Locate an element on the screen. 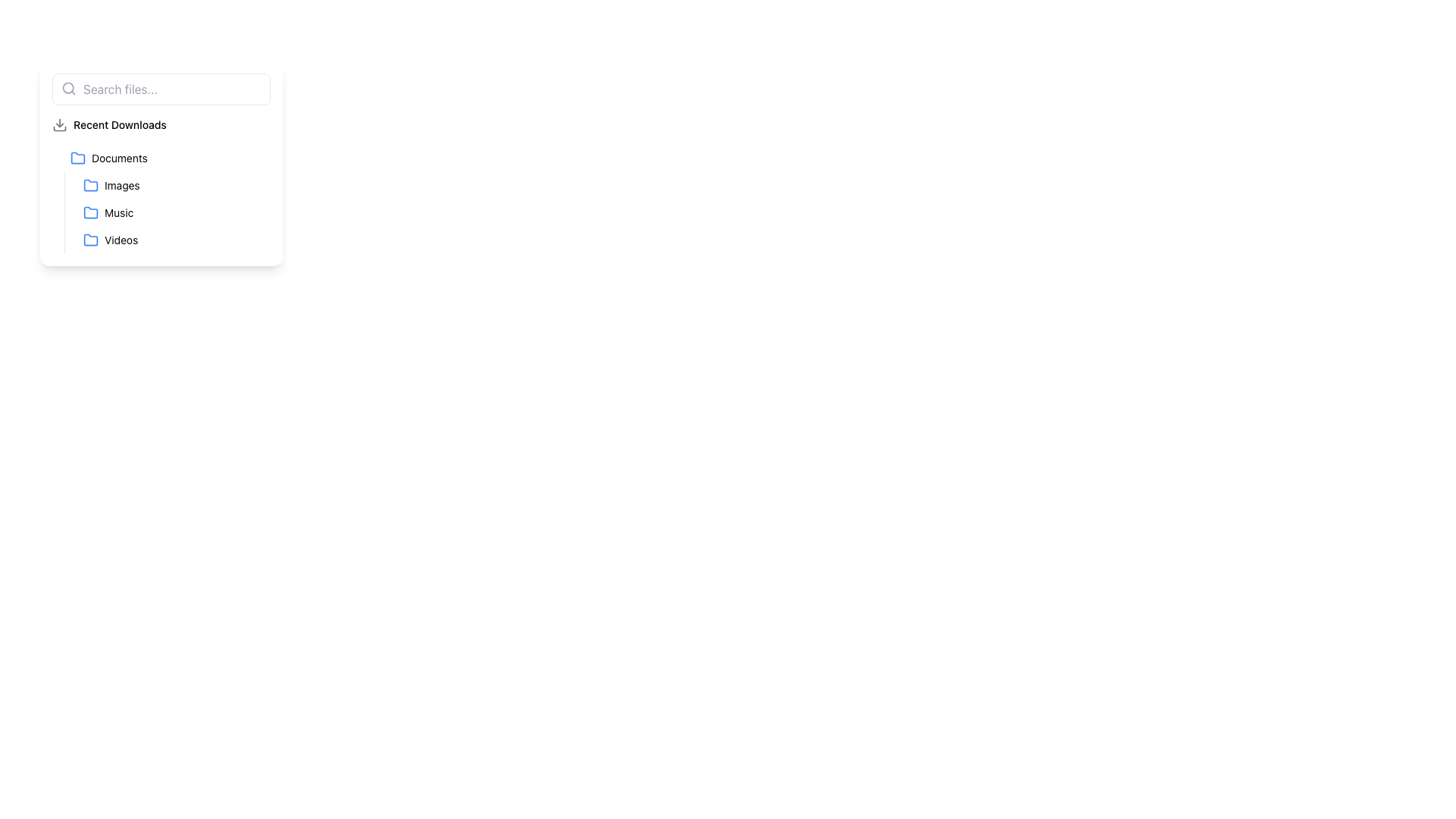  the folder icon with a blue outline located next to the 'Music' label is located at coordinates (90, 212).